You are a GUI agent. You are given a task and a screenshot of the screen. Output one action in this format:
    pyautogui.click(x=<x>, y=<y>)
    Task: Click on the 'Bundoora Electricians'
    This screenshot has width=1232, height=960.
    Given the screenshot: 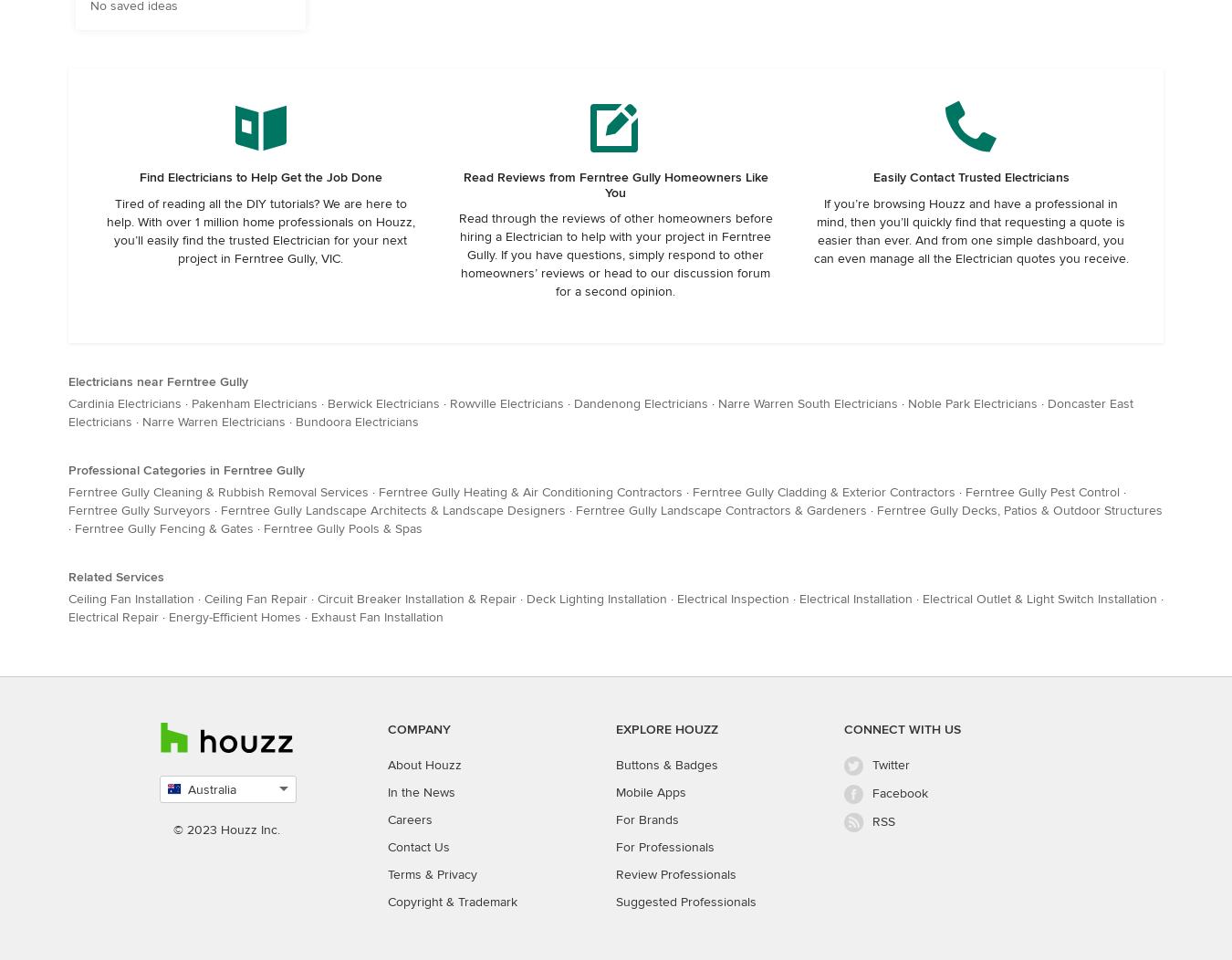 What is the action you would take?
    pyautogui.click(x=357, y=422)
    